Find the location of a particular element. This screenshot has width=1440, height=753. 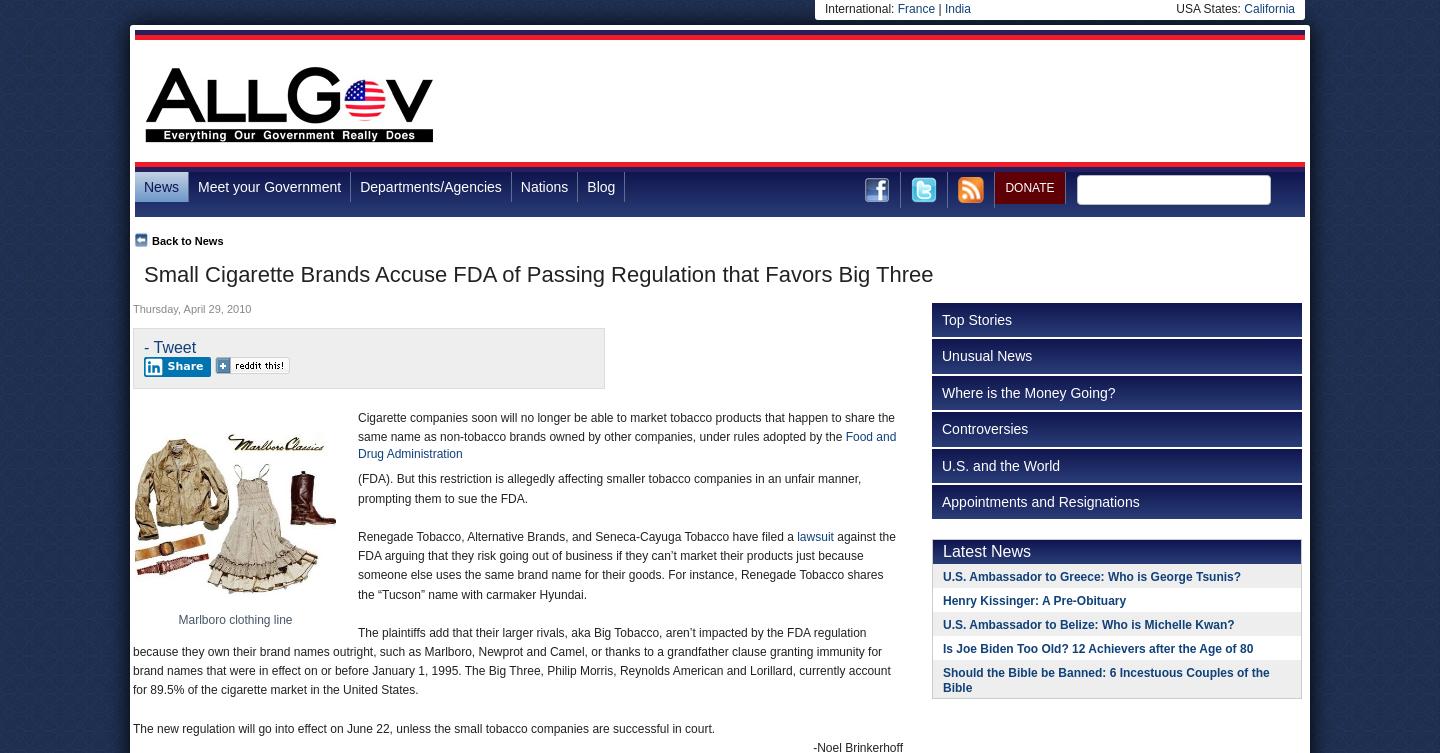

'Thursday, April 29, 2010' is located at coordinates (191, 309).